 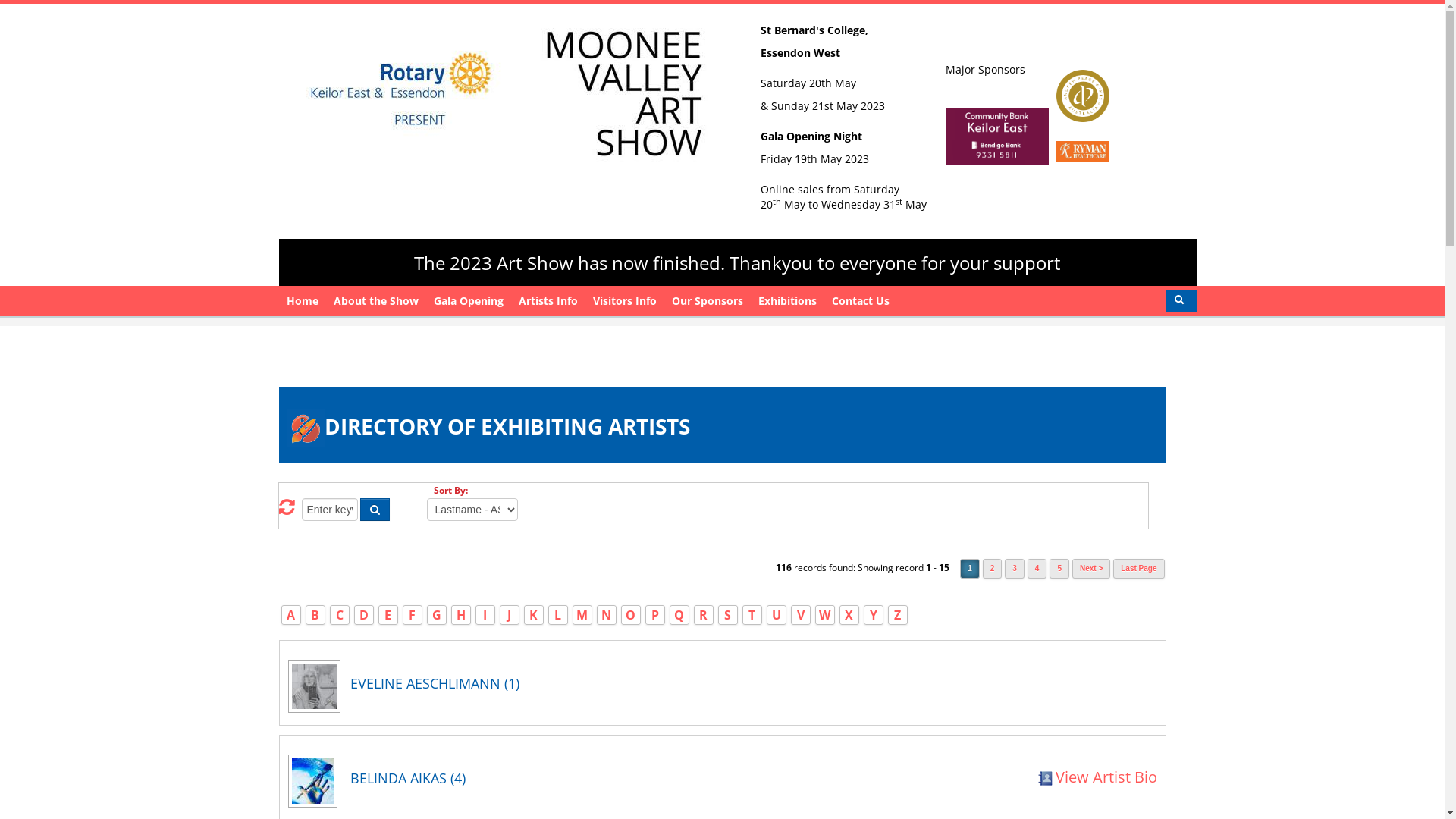 I want to click on 'Q', so click(x=678, y=614).